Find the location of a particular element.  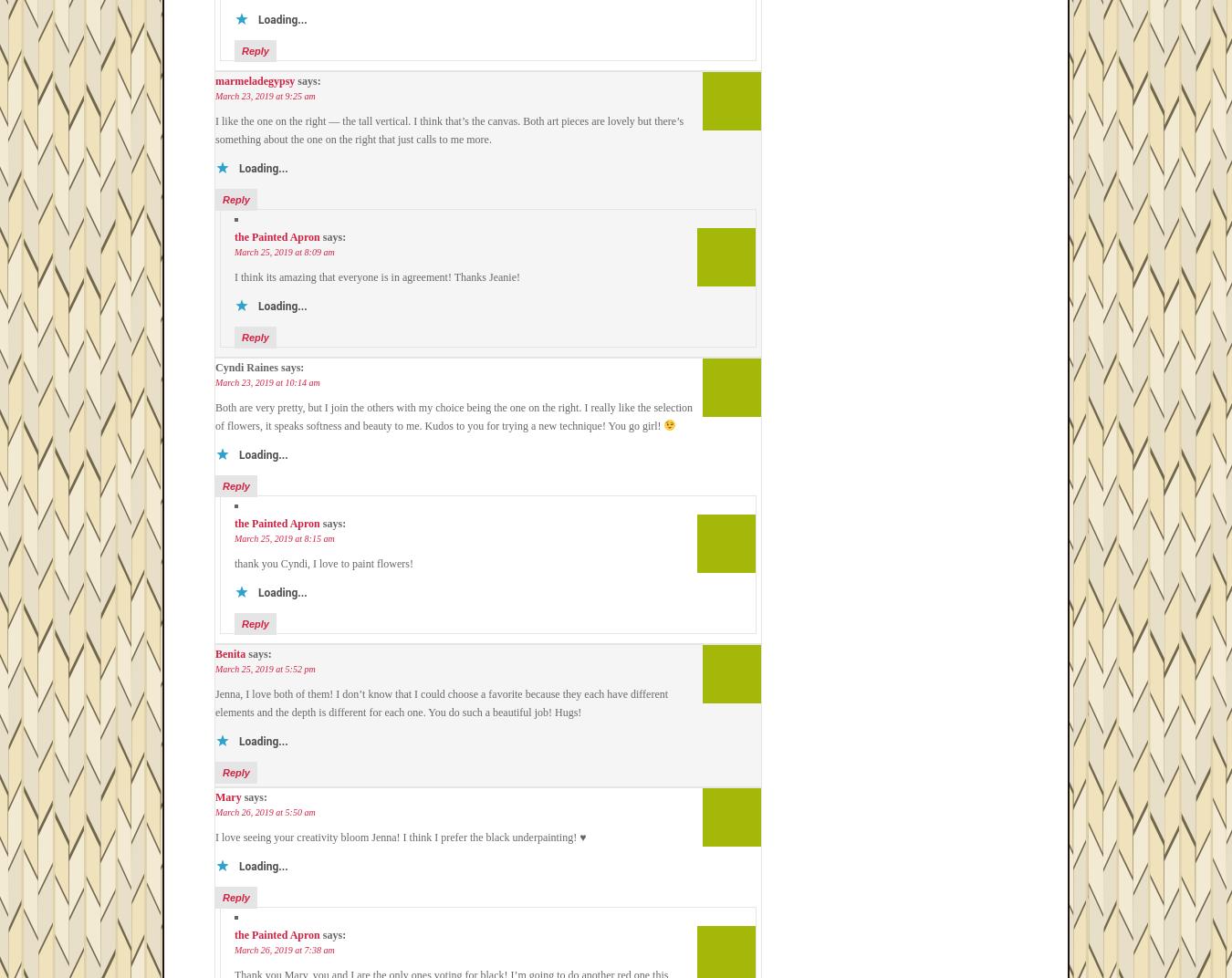

'I like the one on the right — the tall vertical. I think that’s the canvas. Both art pieces are lovely but there’s something about the one on the right that just calls to me more.' is located at coordinates (214, 130).